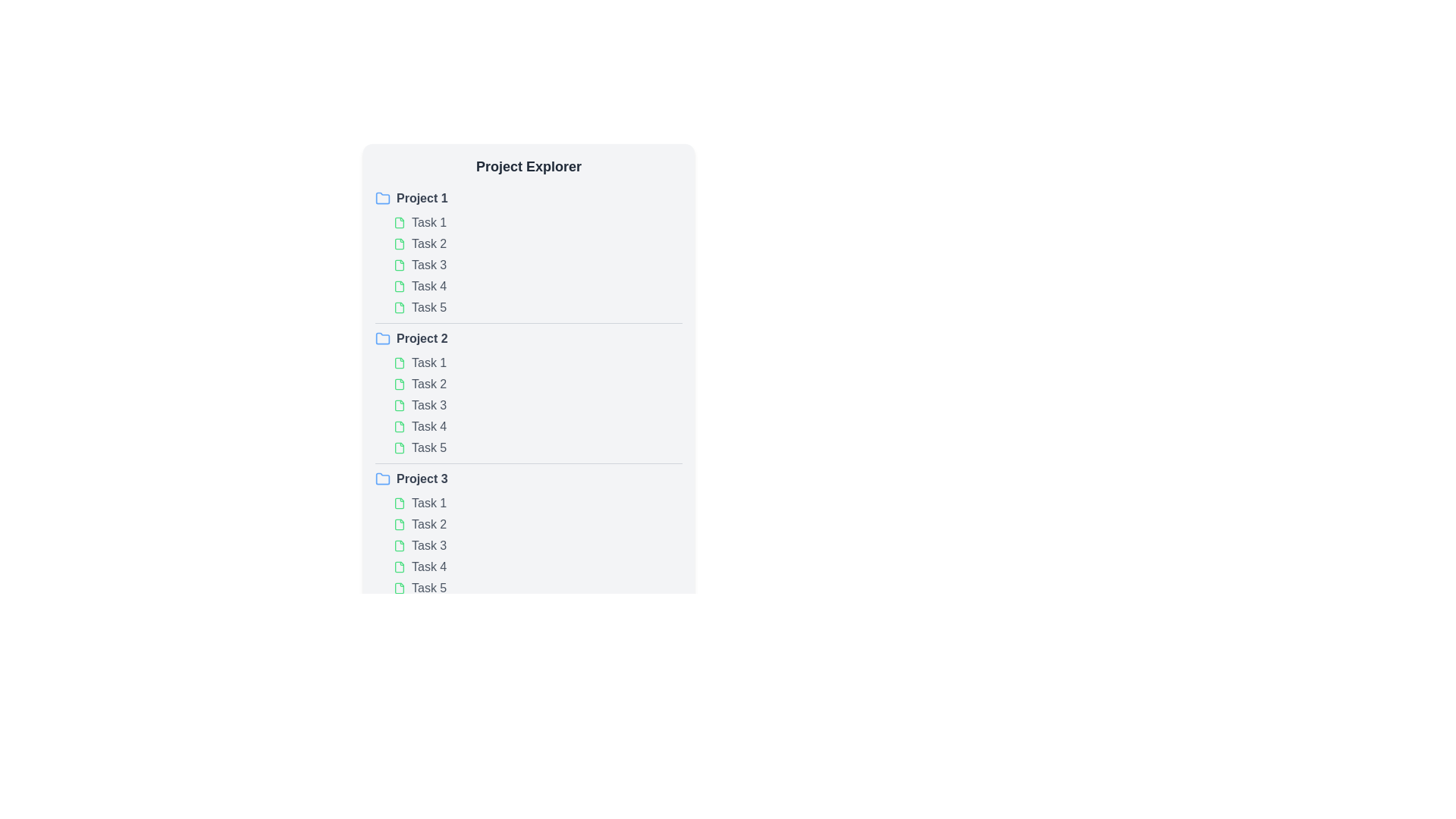 The image size is (1456, 819). What do you see at coordinates (428, 587) in the screenshot?
I see `the fifth task entry under 'Project 3' in the Project Explorer list` at bounding box center [428, 587].